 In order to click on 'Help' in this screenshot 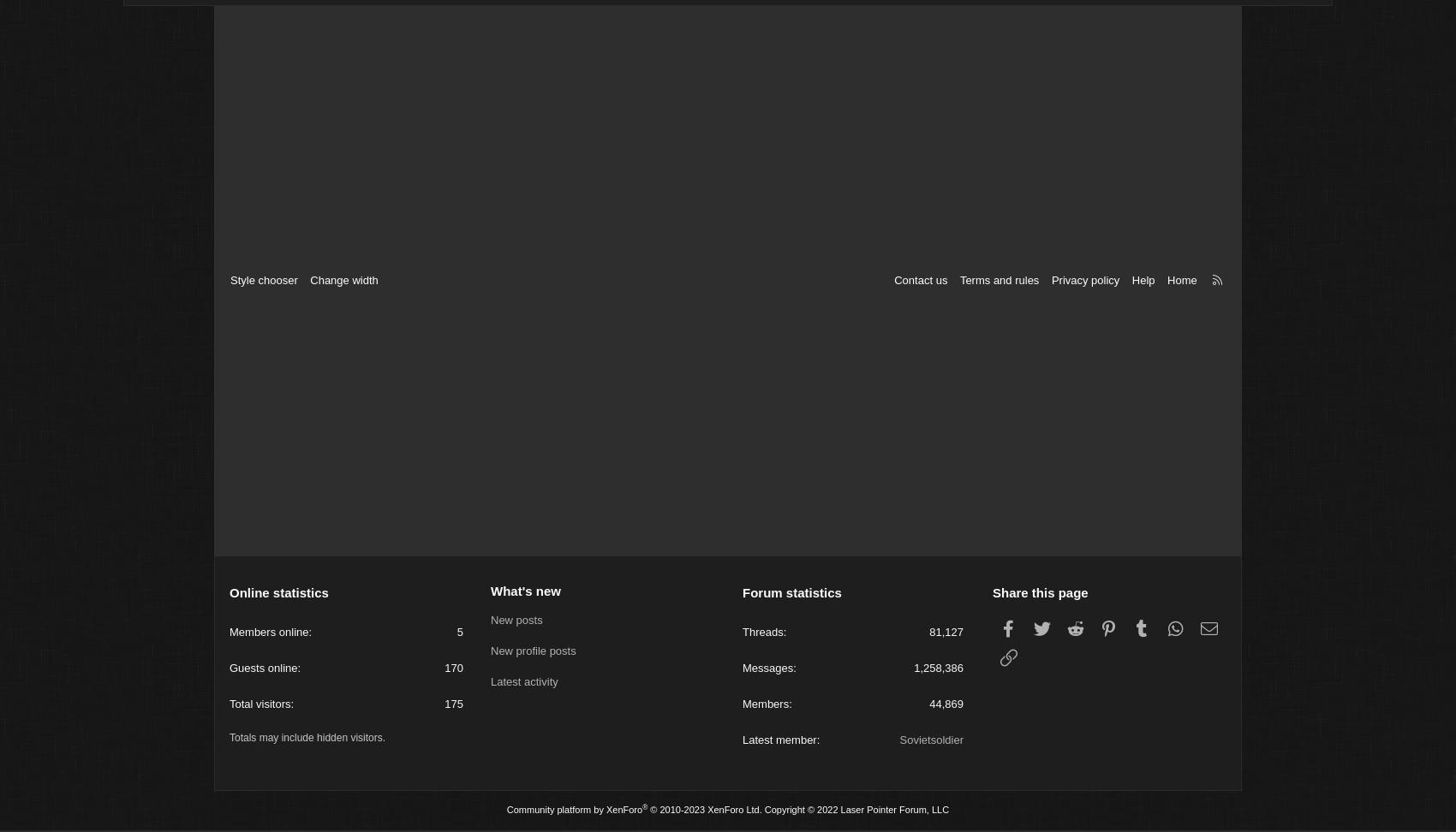, I will do `click(1143, 282)`.